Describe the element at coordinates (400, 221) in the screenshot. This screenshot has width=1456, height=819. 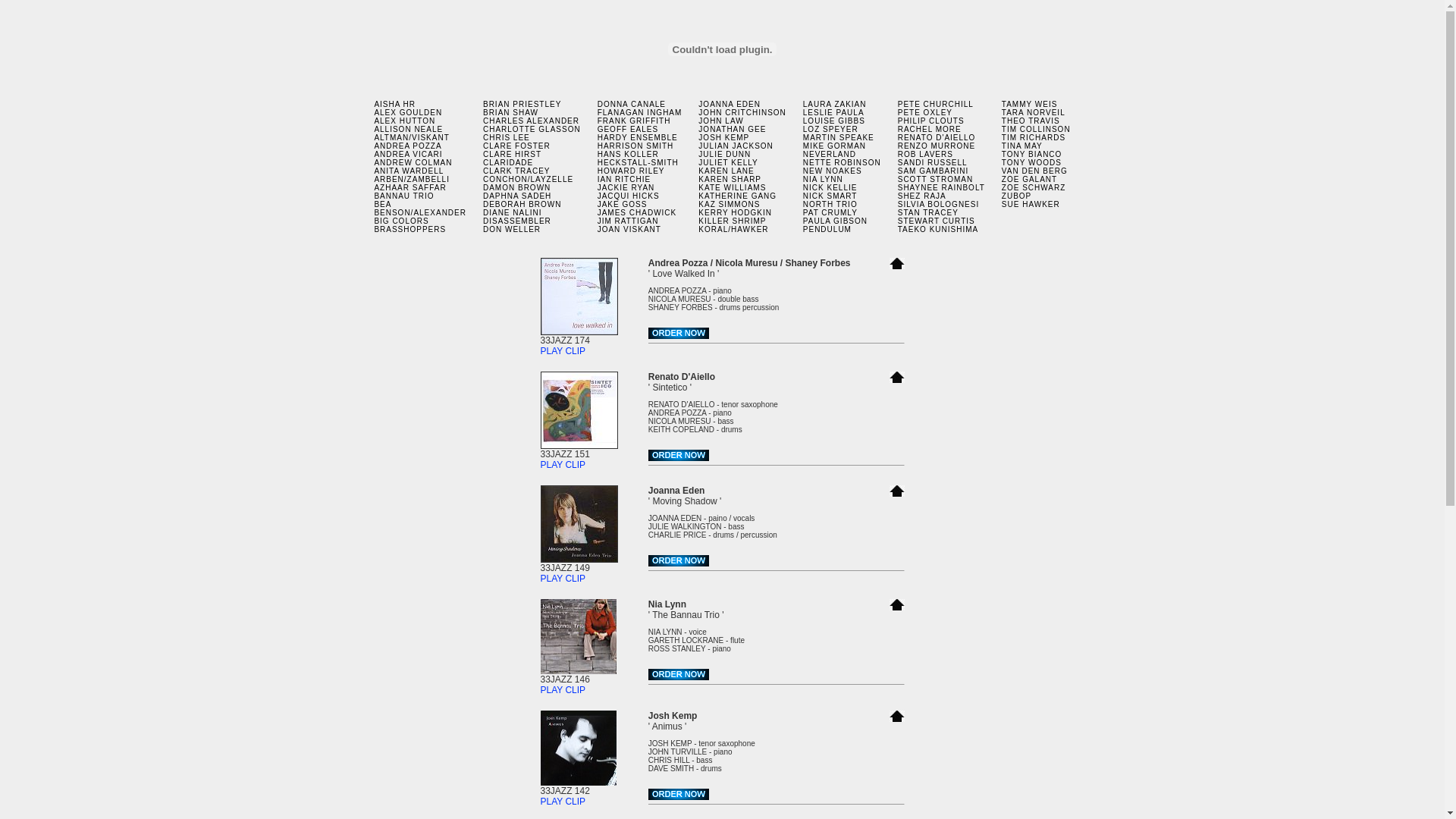
I see `'BIG COLORS'` at that location.